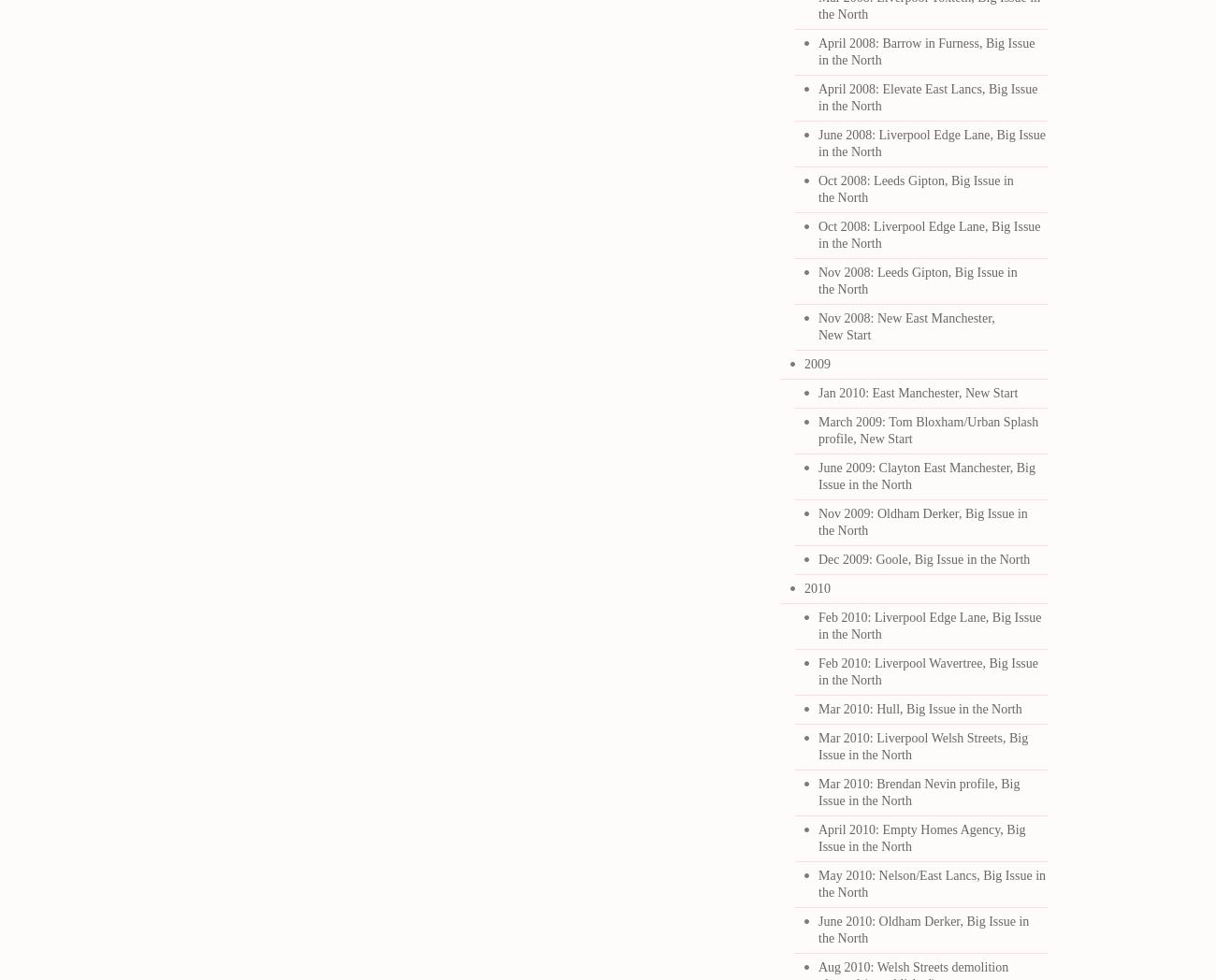 The width and height of the screenshot is (1216, 980). I want to click on 'May 2010: Nelson/East Lancs, Big Issue in the North', so click(931, 884).